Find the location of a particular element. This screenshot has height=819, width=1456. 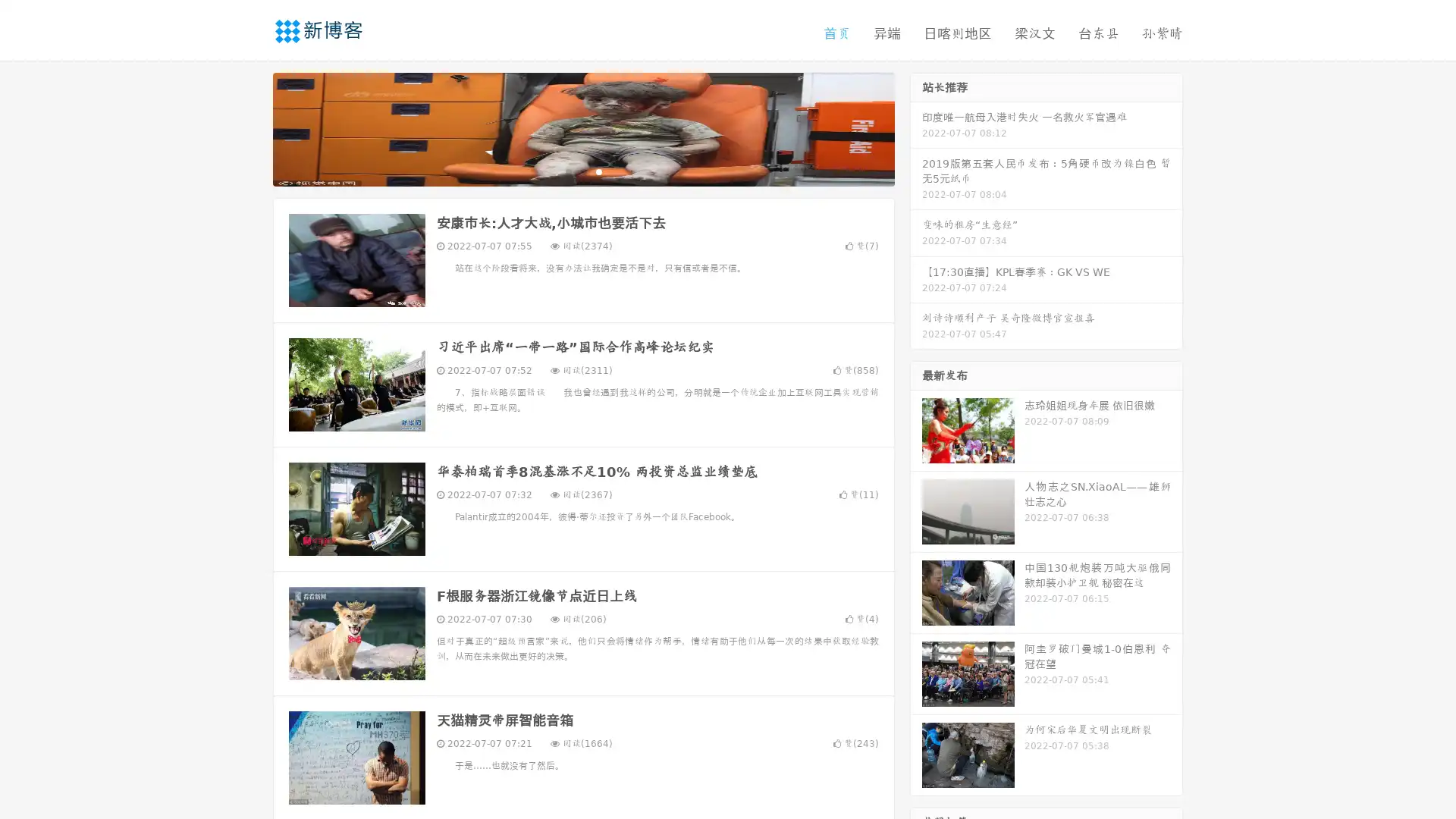

Go to slide 1 is located at coordinates (567, 171).